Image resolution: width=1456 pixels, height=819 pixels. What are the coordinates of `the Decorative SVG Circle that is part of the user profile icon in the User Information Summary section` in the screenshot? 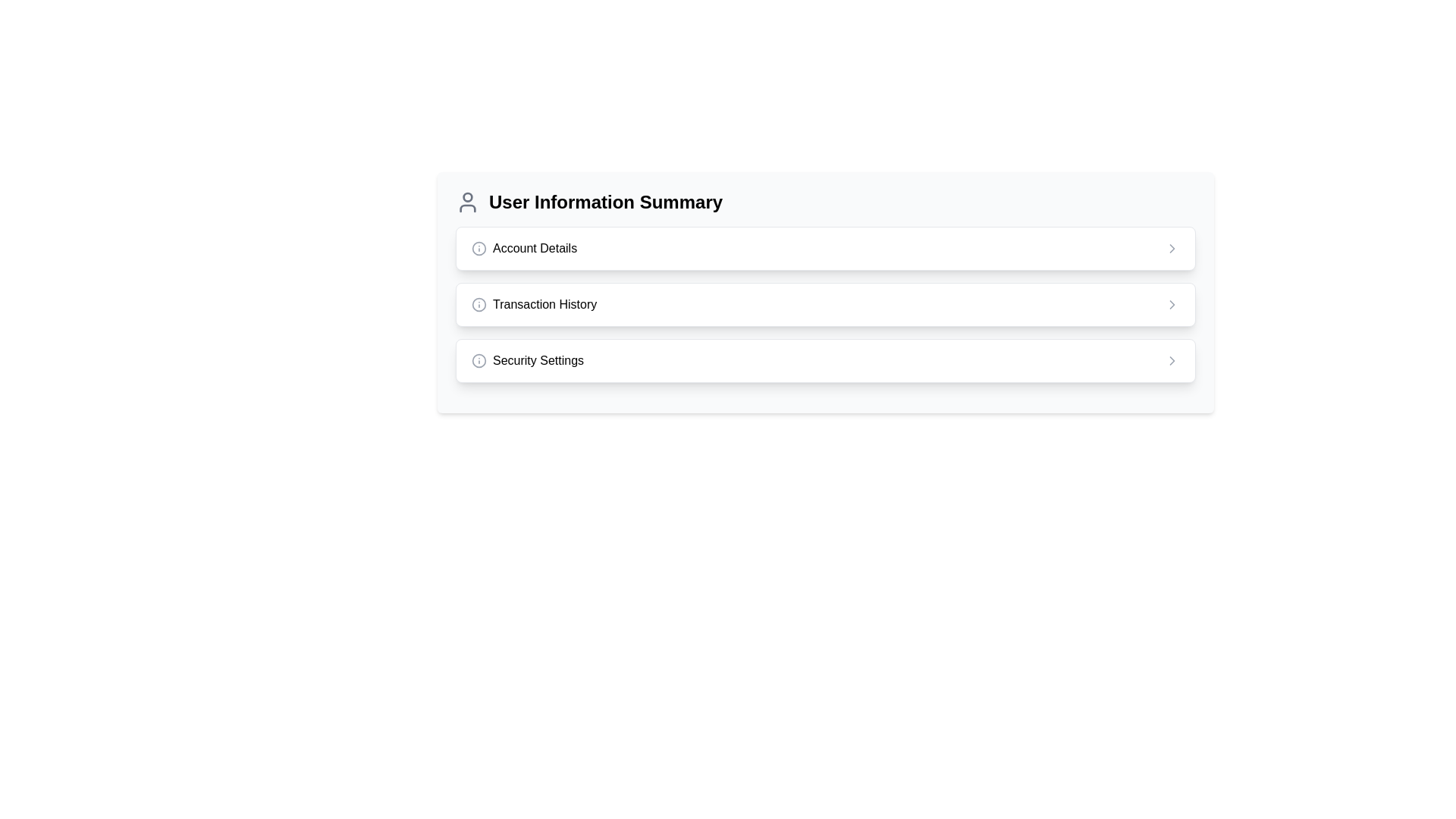 It's located at (467, 196).